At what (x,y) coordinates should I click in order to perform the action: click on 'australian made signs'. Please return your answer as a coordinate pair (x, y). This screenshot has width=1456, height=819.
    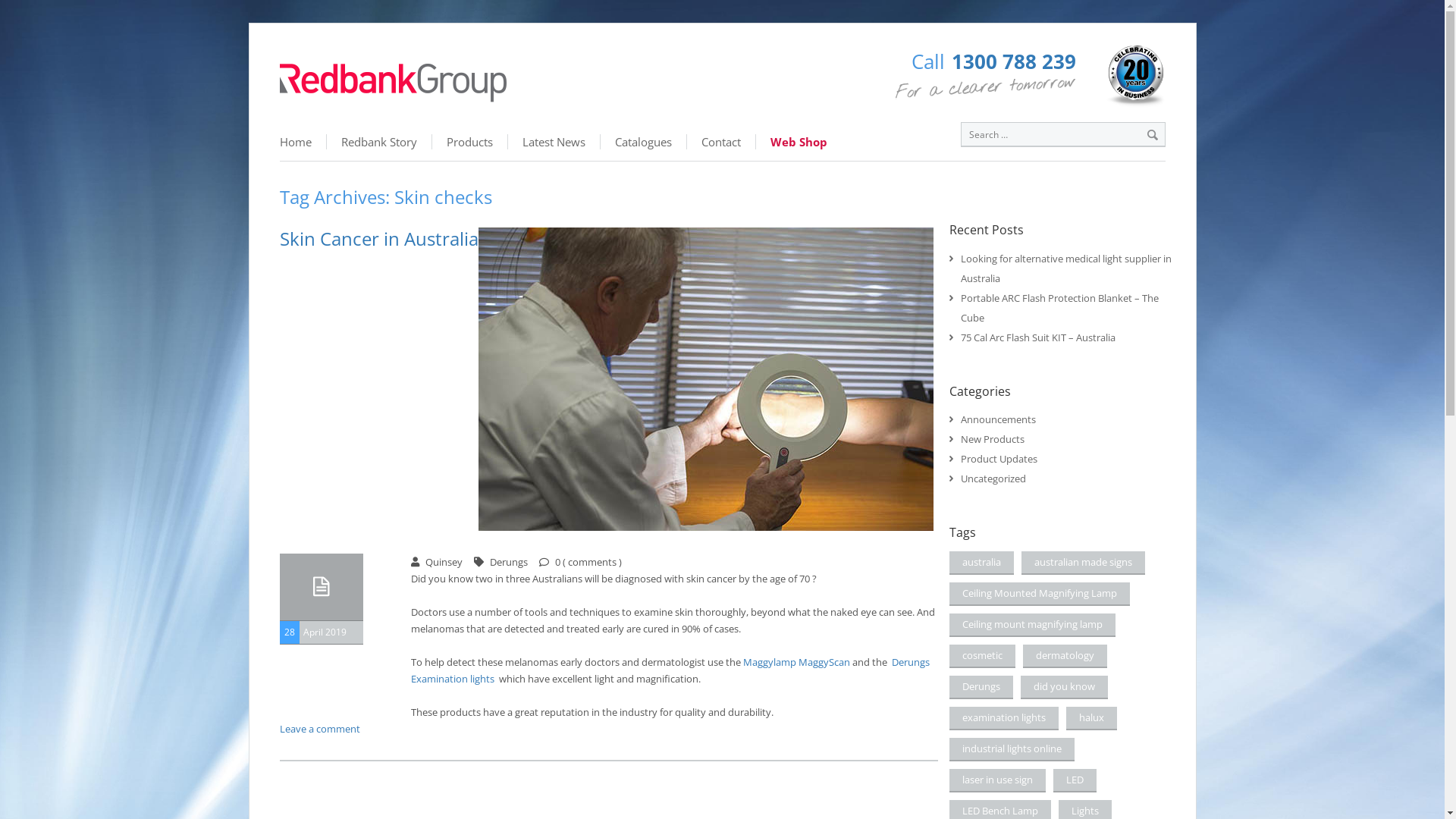
    Looking at the image, I should click on (1021, 563).